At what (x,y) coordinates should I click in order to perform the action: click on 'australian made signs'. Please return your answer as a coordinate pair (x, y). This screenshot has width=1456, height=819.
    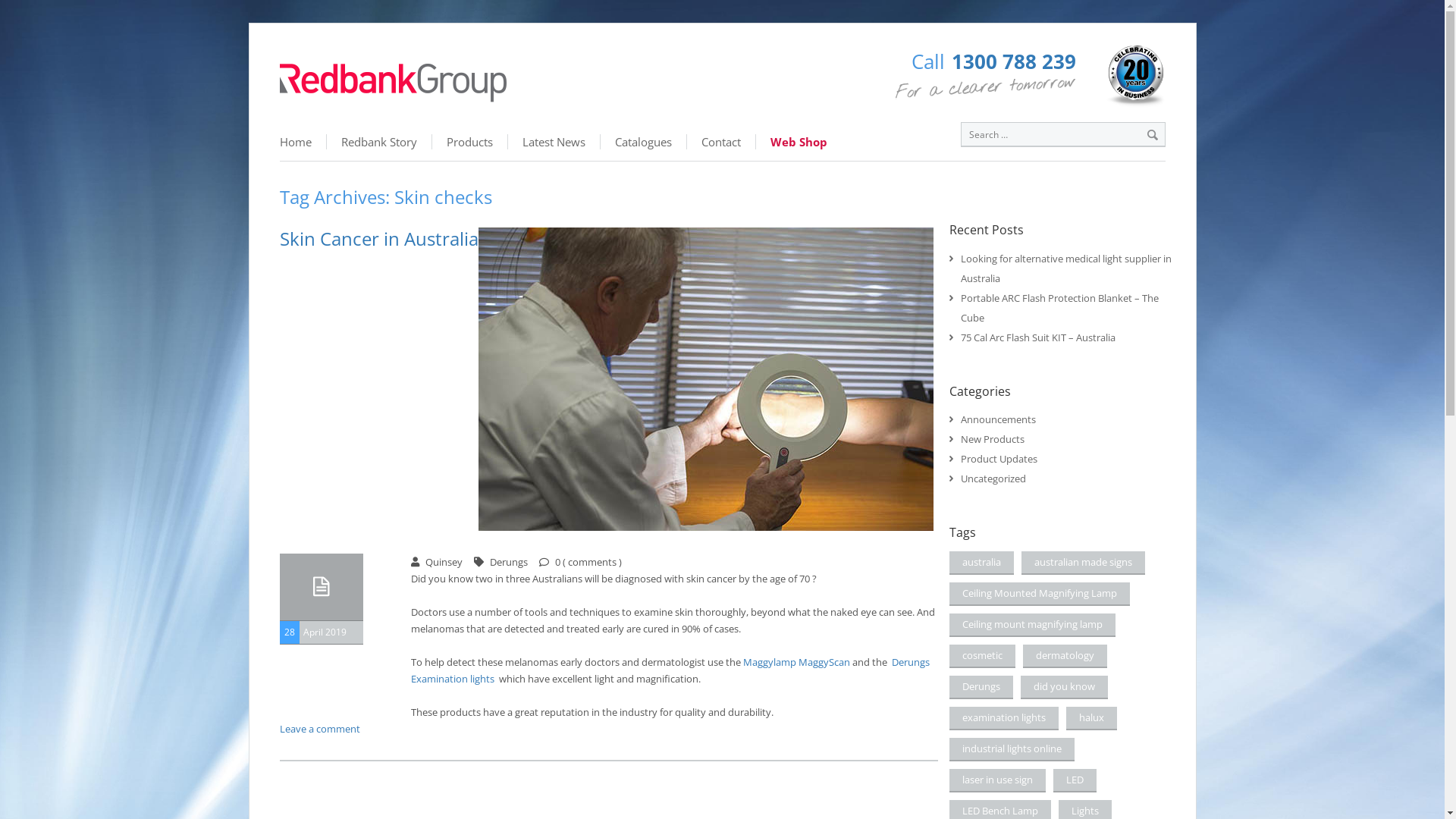
    Looking at the image, I should click on (1021, 563).